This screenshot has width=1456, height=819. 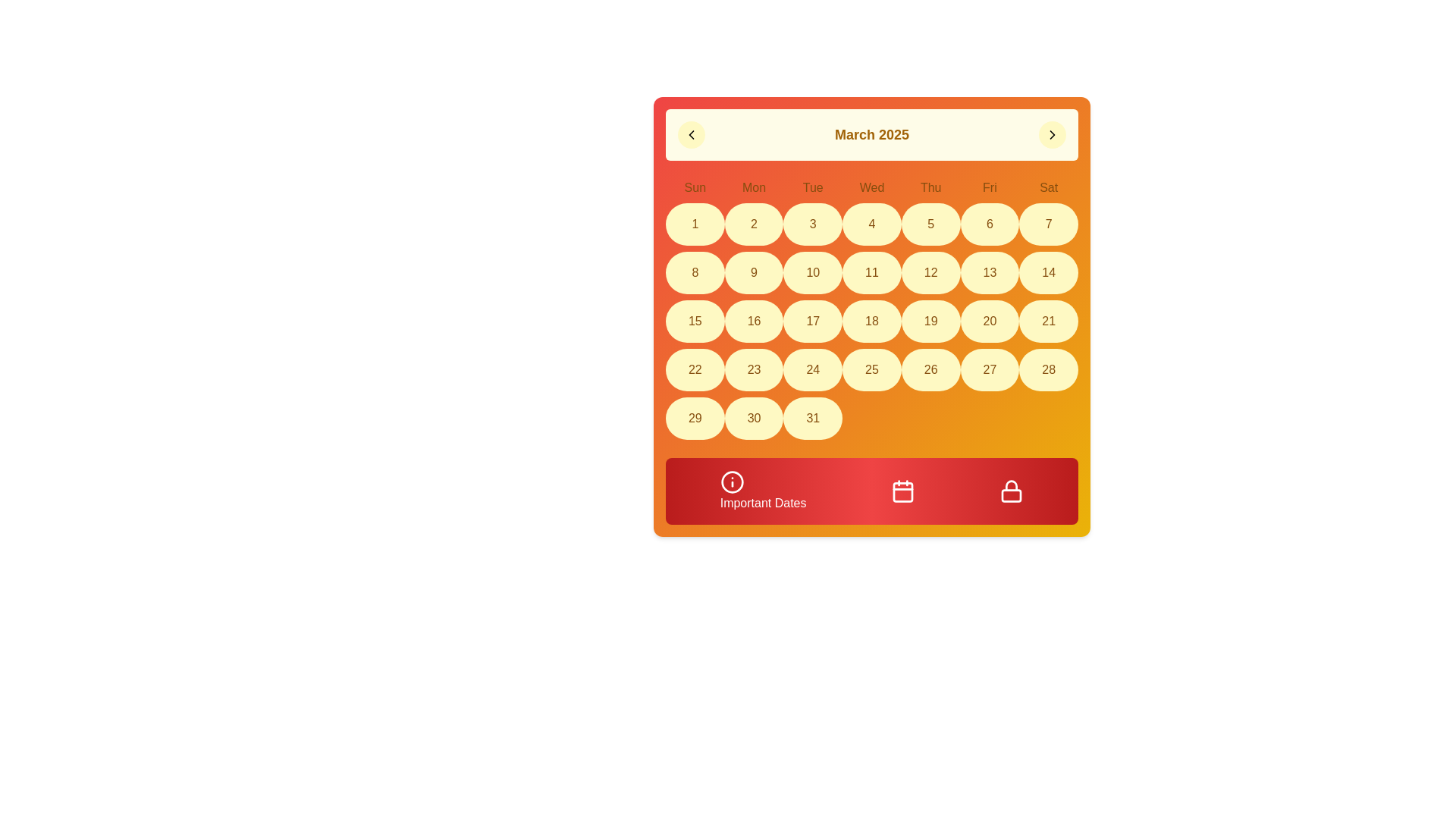 What do you see at coordinates (990, 370) in the screenshot?
I see `the button representing the date '27' in the calendar interface` at bounding box center [990, 370].